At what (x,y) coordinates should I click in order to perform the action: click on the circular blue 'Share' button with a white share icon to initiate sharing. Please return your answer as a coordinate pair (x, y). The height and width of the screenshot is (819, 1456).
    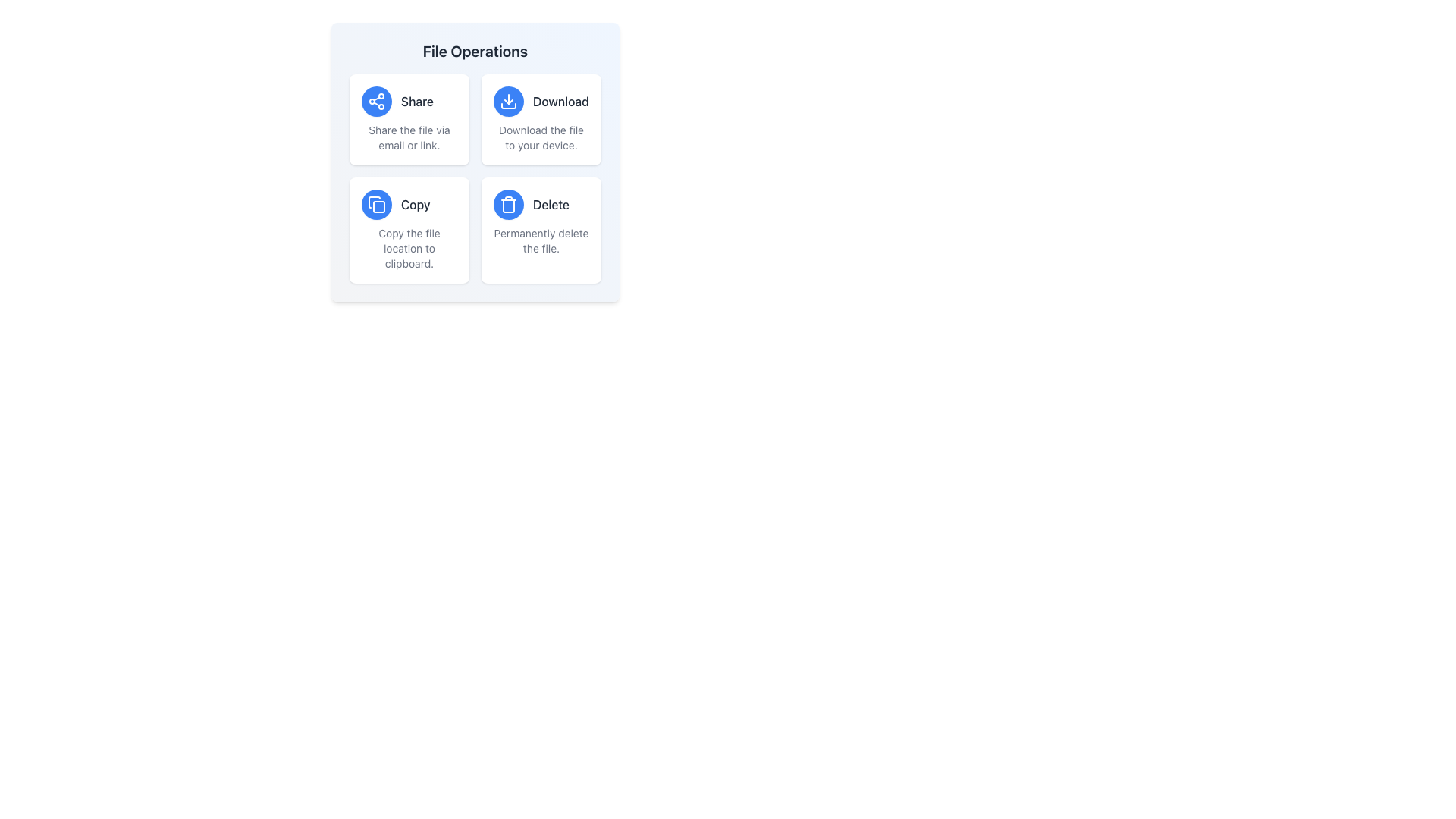
    Looking at the image, I should click on (377, 102).